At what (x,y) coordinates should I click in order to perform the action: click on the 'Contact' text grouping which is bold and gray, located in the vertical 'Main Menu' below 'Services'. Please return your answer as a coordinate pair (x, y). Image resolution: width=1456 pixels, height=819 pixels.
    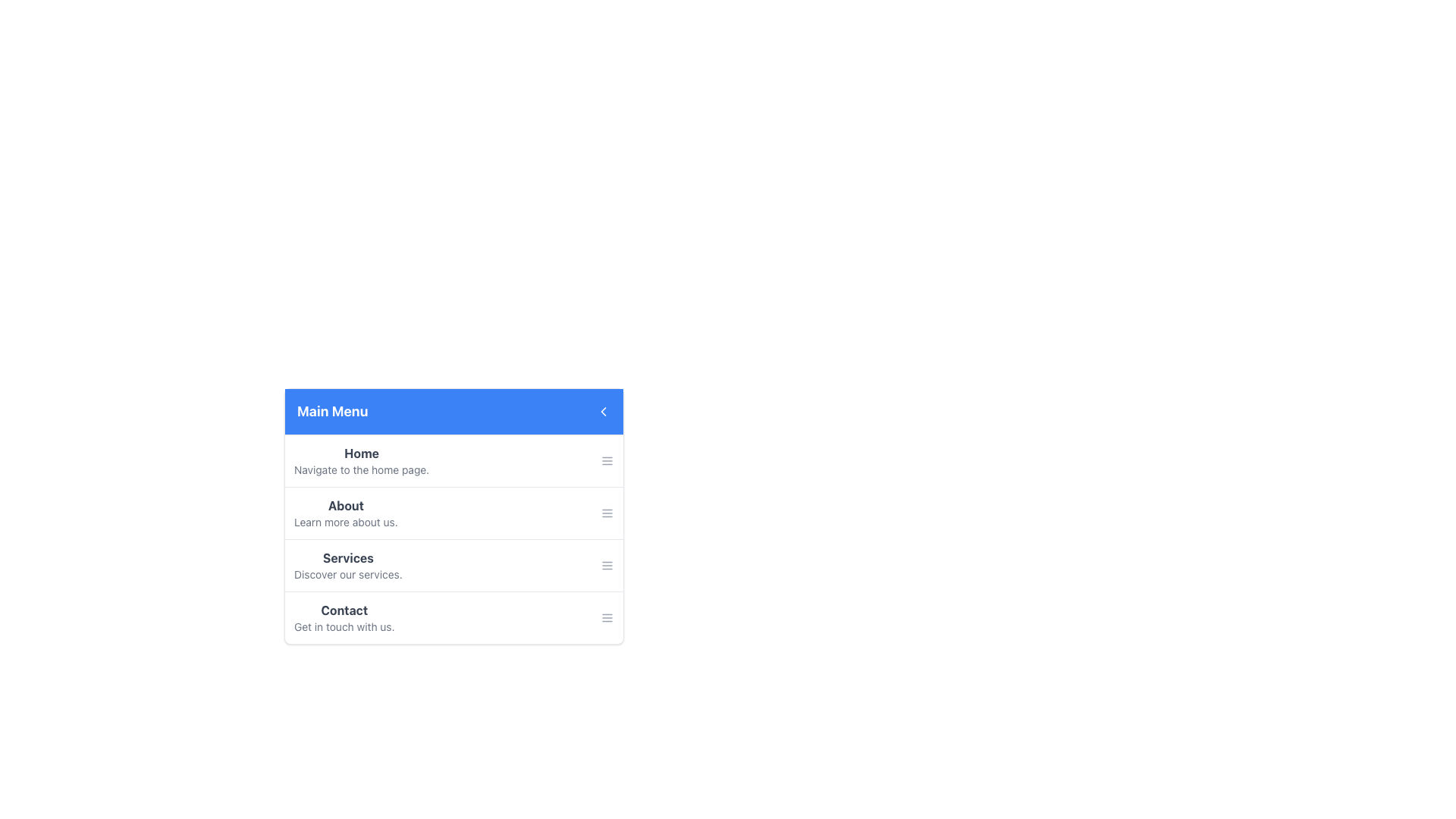
    Looking at the image, I should click on (344, 617).